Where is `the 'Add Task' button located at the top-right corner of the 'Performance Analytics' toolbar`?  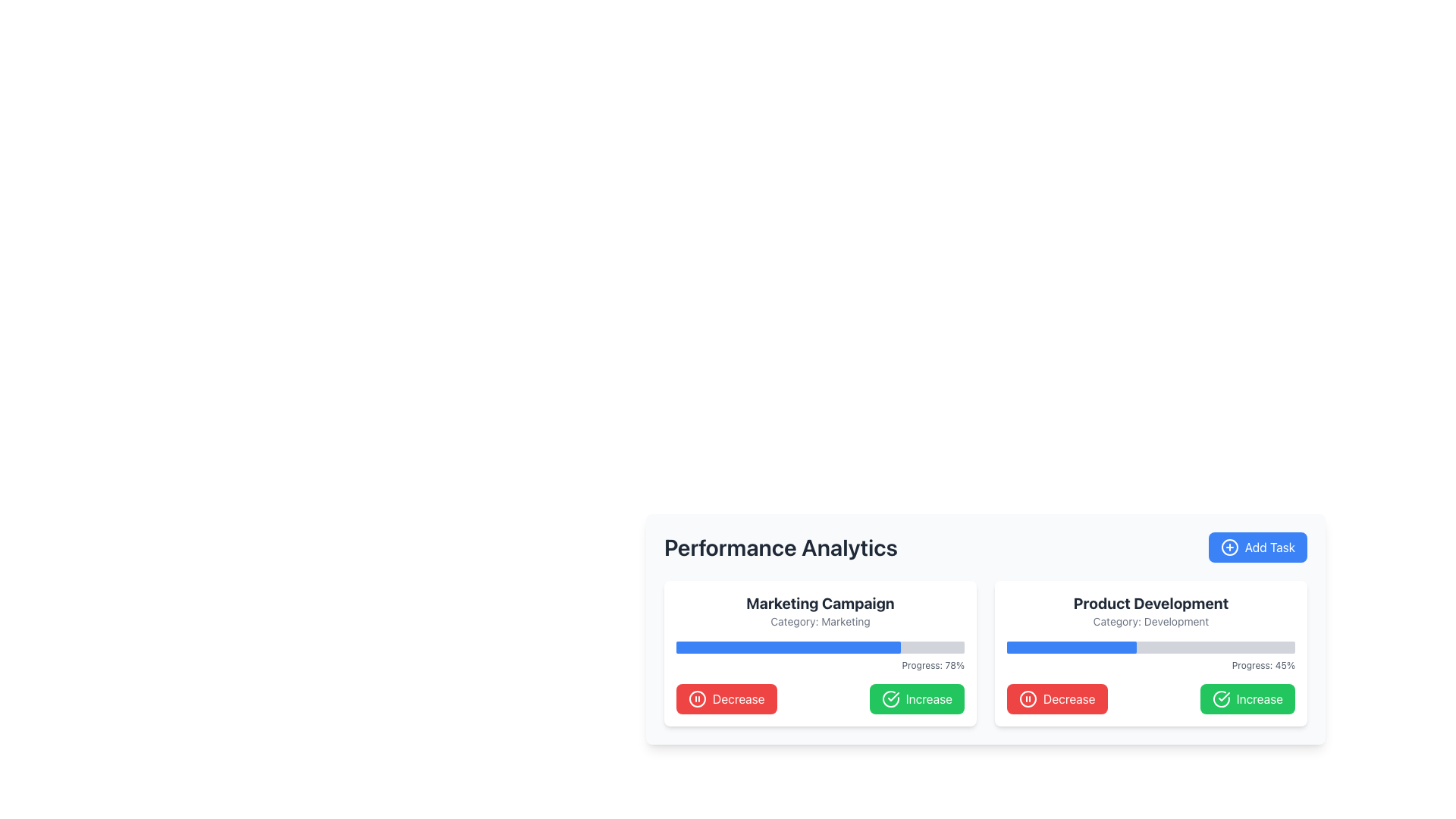
the 'Add Task' button located at the top-right corner of the 'Performance Analytics' toolbar is located at coordinates (1257, 547).